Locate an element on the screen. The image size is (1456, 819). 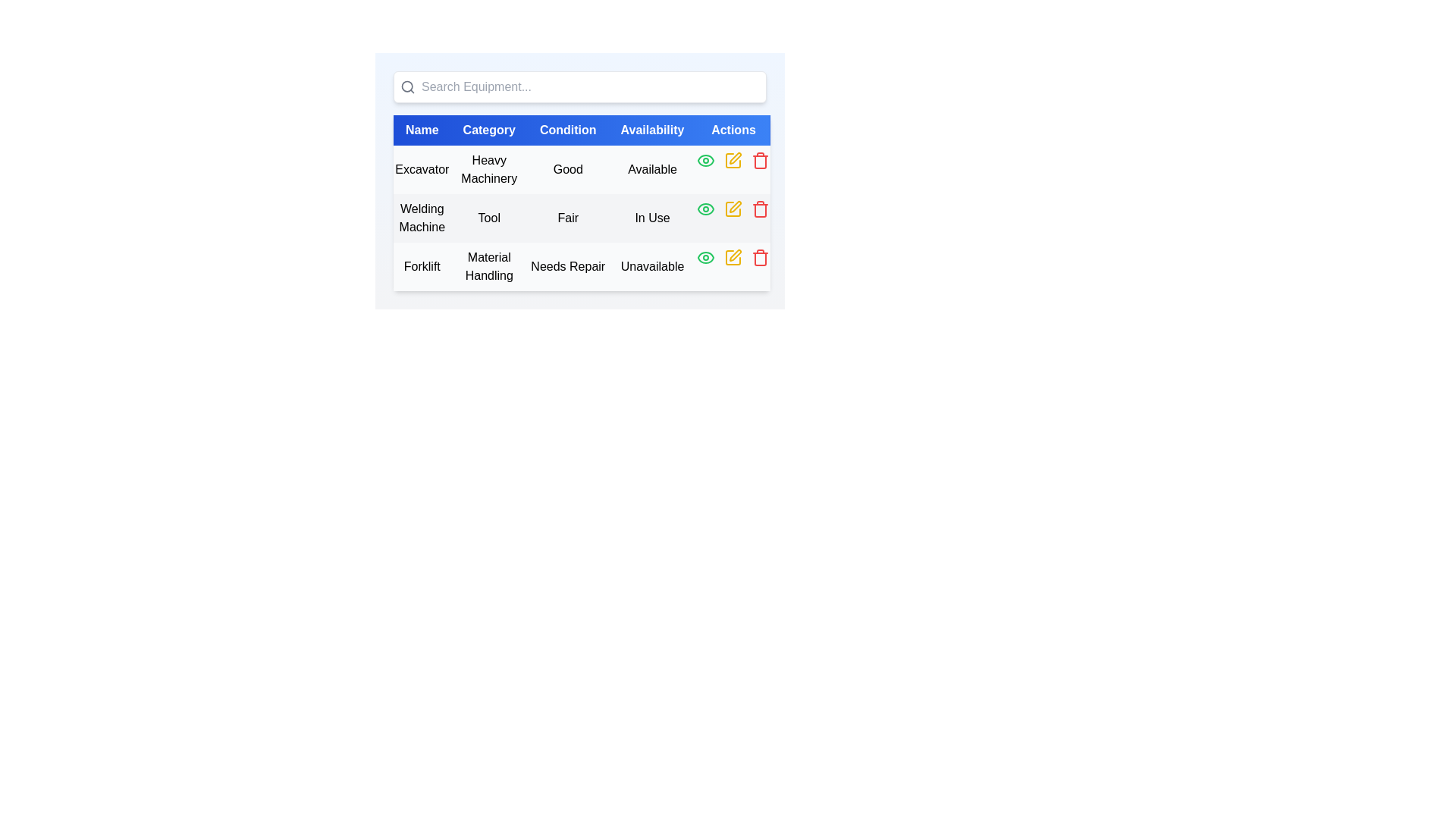
the yellow pencil icon in the 'Actions' column of the first row of the table is located at coordinates (733, 161).